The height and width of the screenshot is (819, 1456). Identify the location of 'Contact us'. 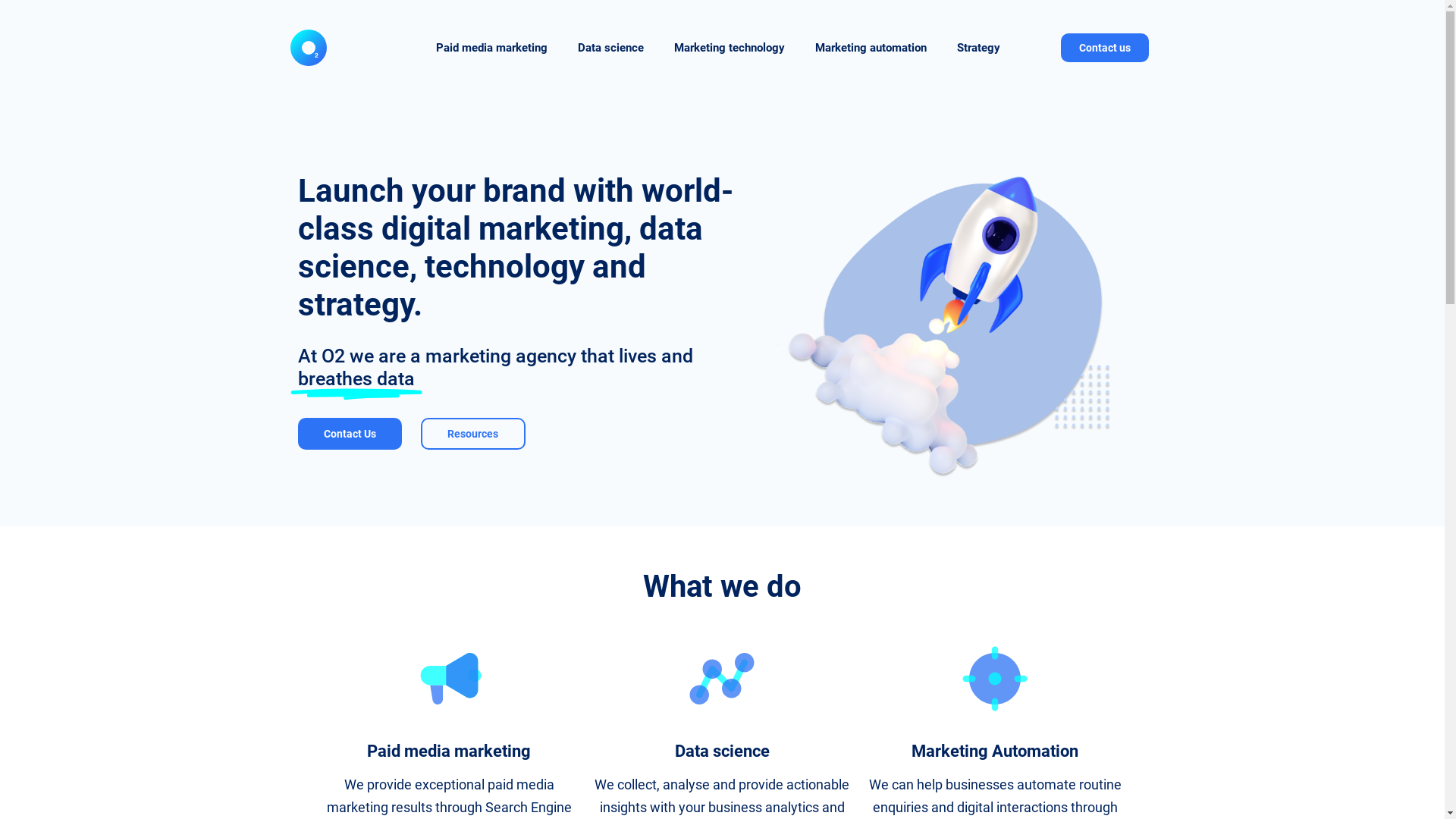
(1105, 46).